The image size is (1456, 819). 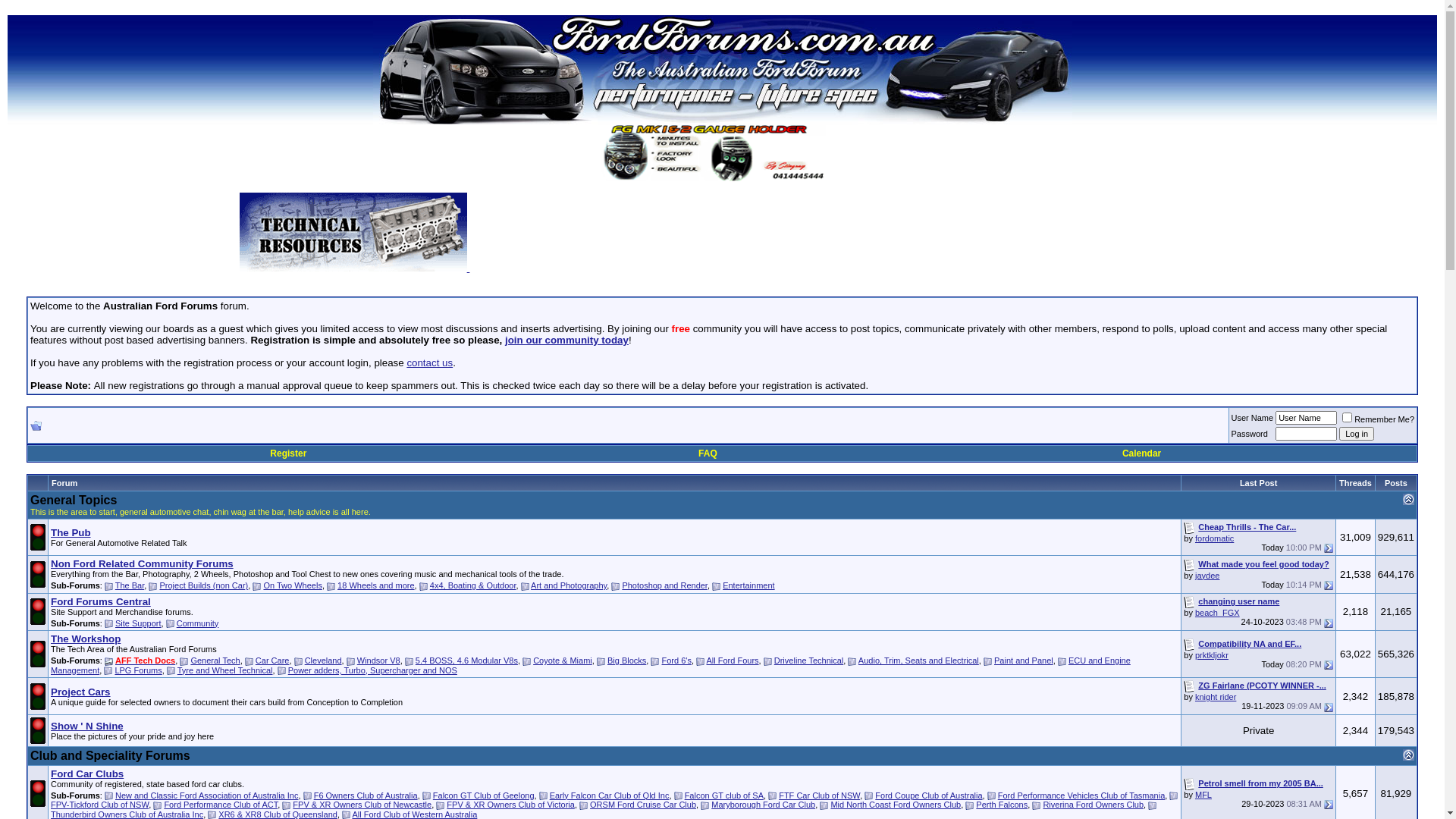 I want to click on 'fordomatic', so click(x=1194, y=537).